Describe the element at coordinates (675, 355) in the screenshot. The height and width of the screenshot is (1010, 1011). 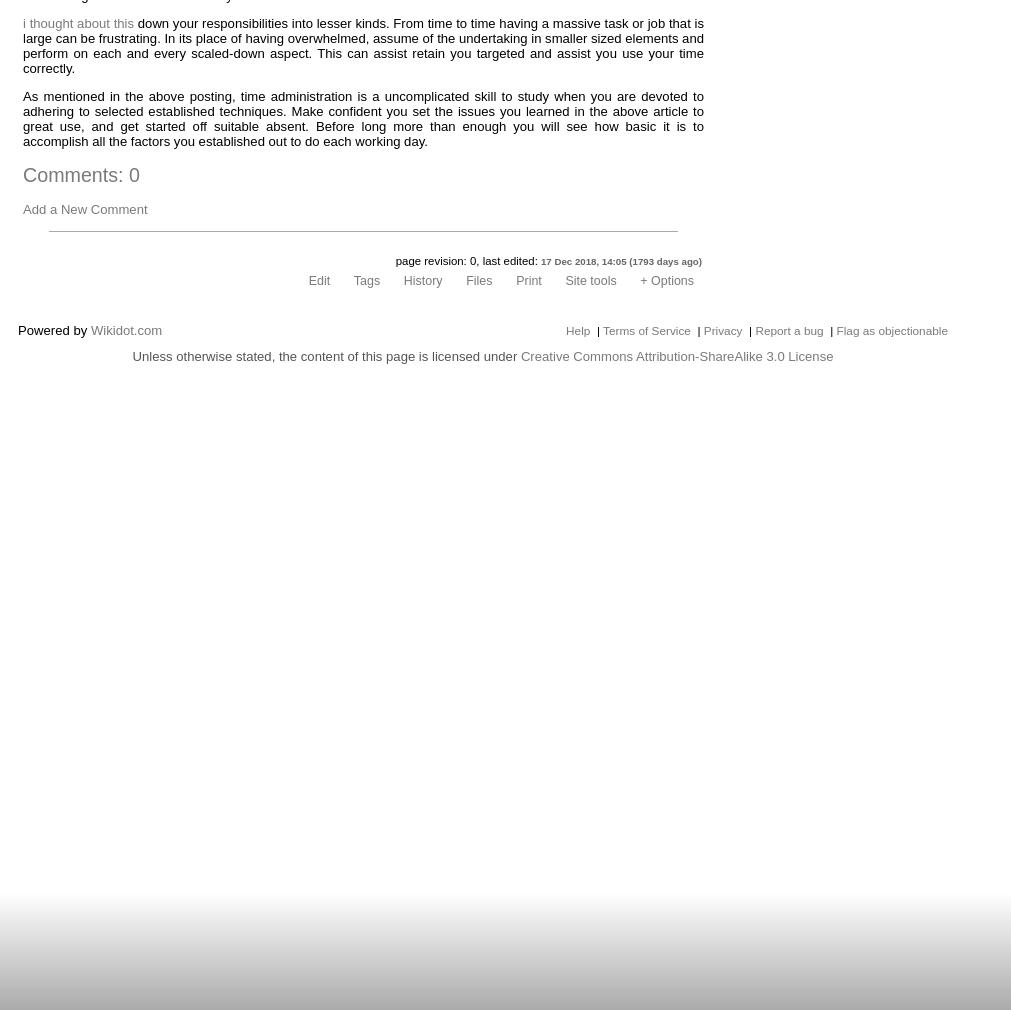
I see `'Creative Commons Attribution-ShareAlike 3.0 License'` at that location.